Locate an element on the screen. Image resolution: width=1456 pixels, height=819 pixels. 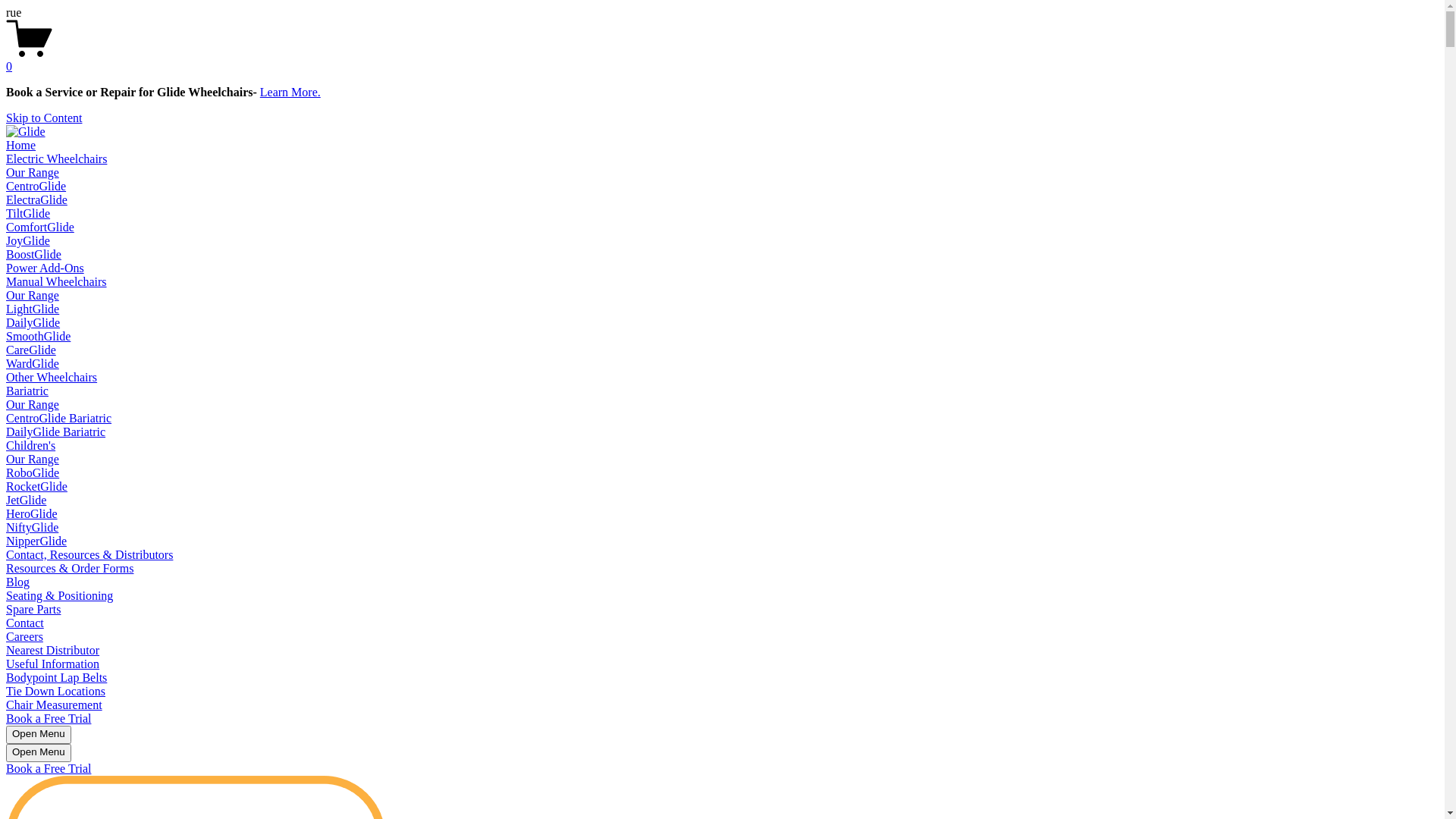
'WardGlide' is located at coordinates (33, 363).